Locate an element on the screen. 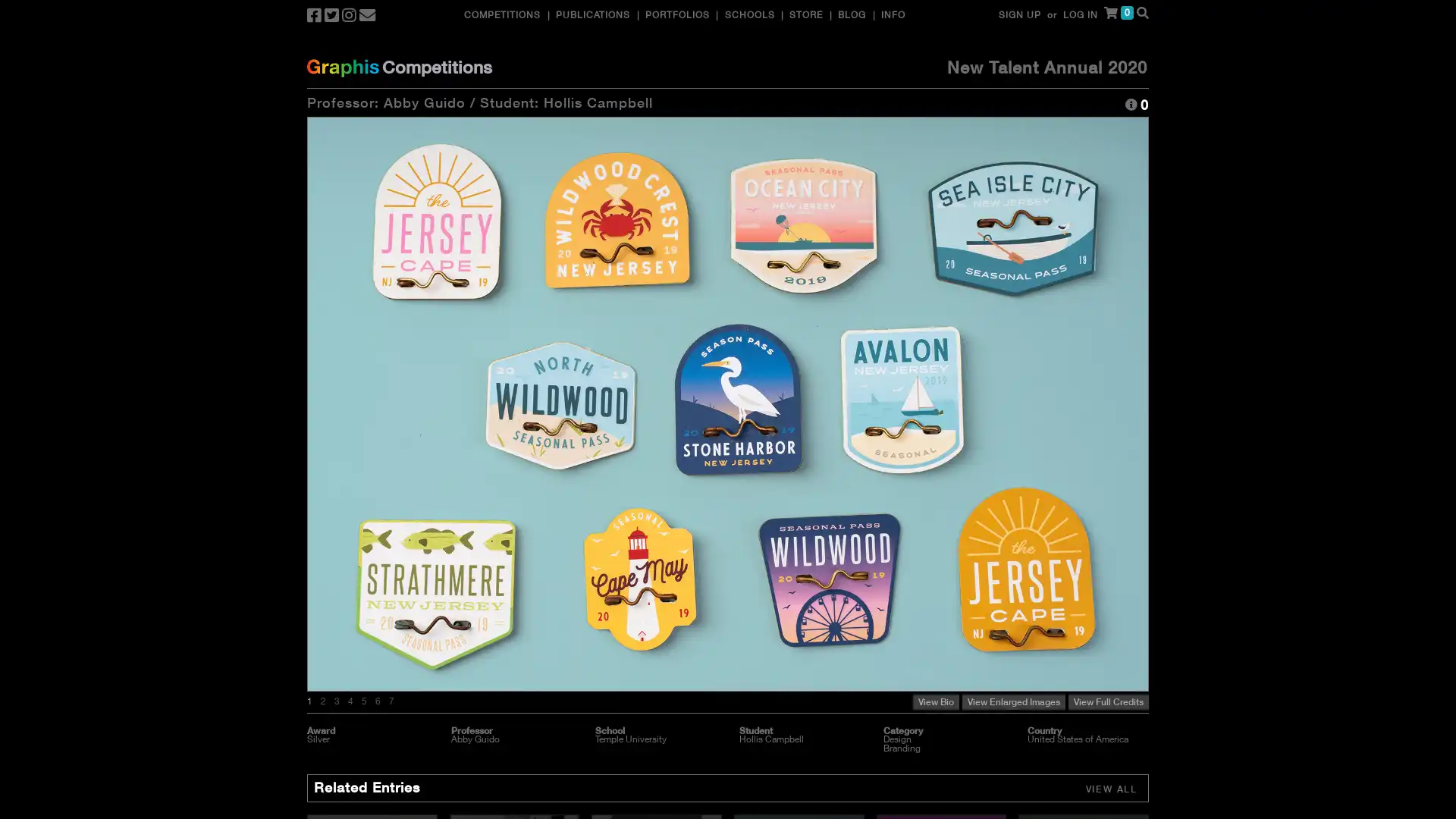 This screenshot has height=819, width=1456. Previous is located at coordinates (432, 403).